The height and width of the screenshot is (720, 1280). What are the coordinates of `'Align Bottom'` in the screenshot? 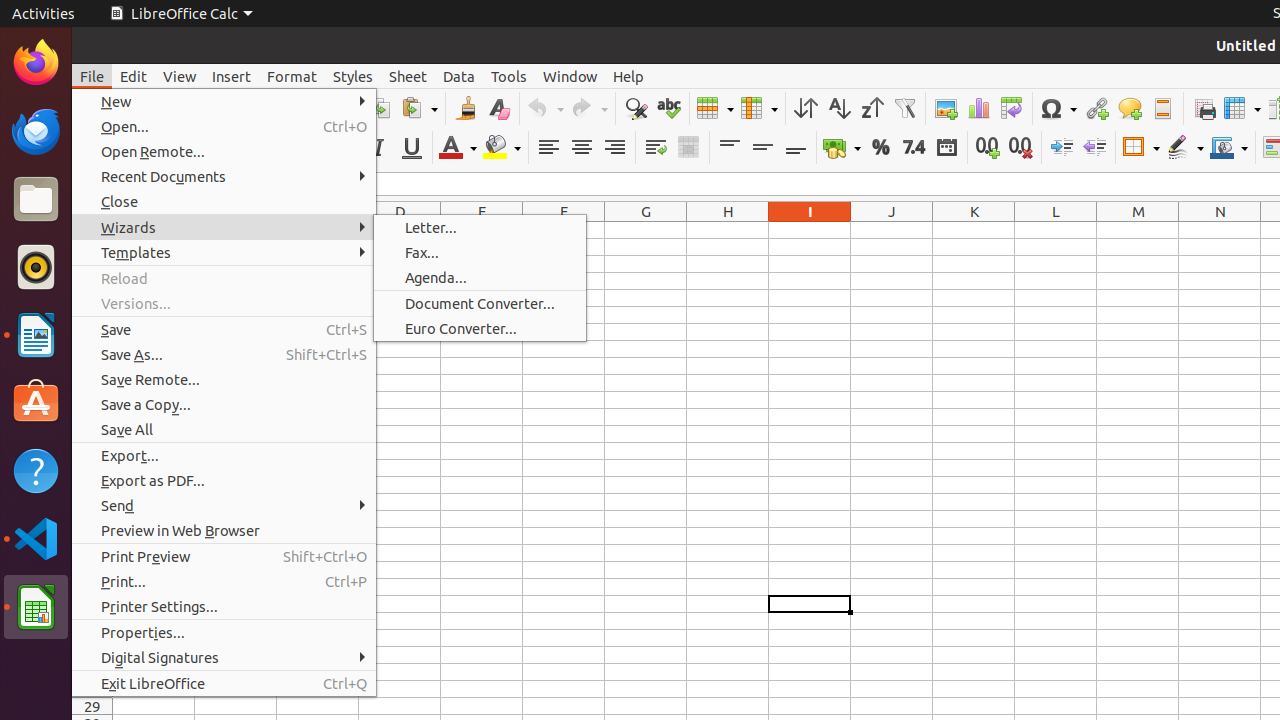 It's located at (794, 146).